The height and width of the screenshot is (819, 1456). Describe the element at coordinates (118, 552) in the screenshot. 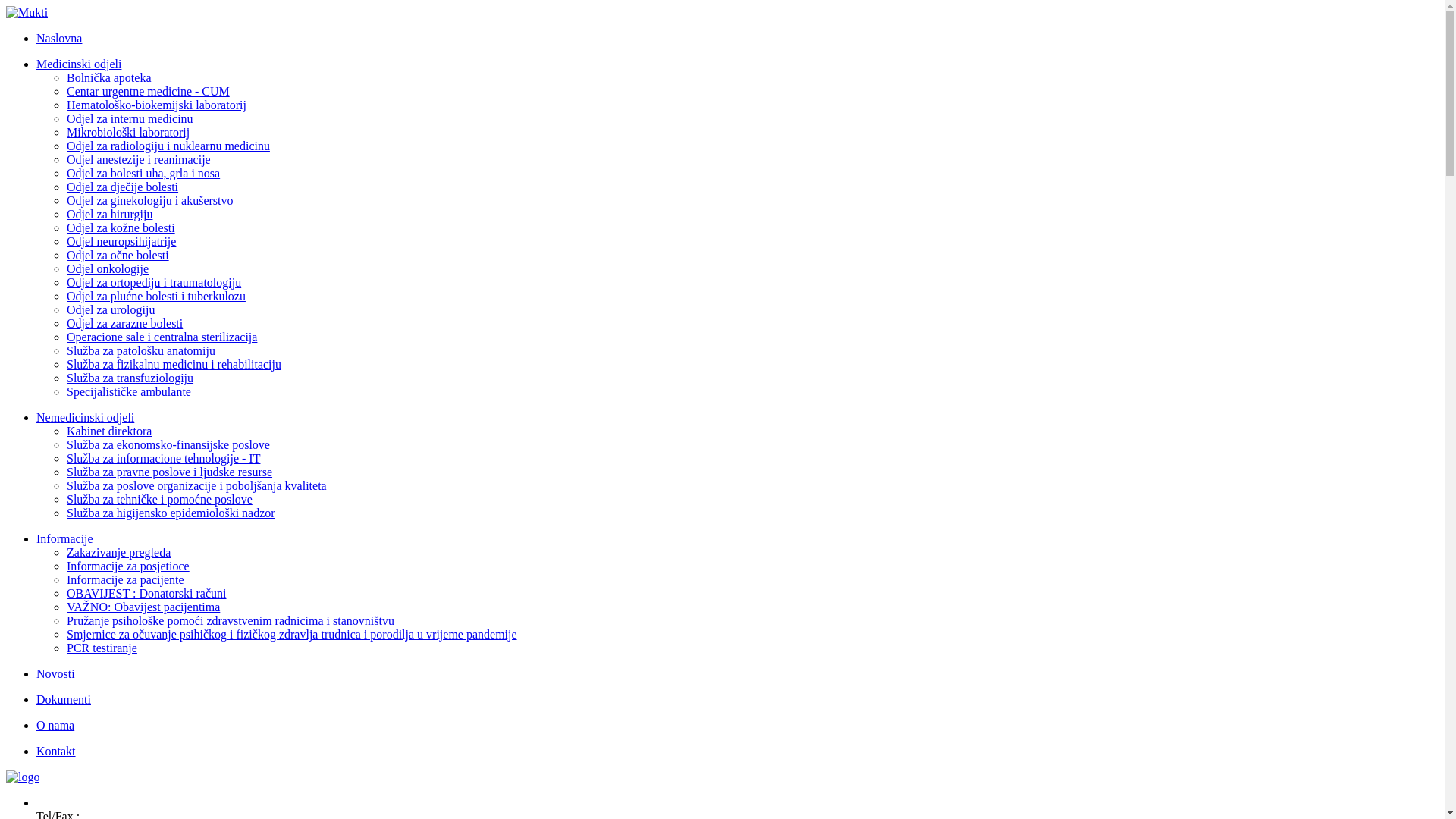

I see `'Zakazivanje pregleda'` at that location.